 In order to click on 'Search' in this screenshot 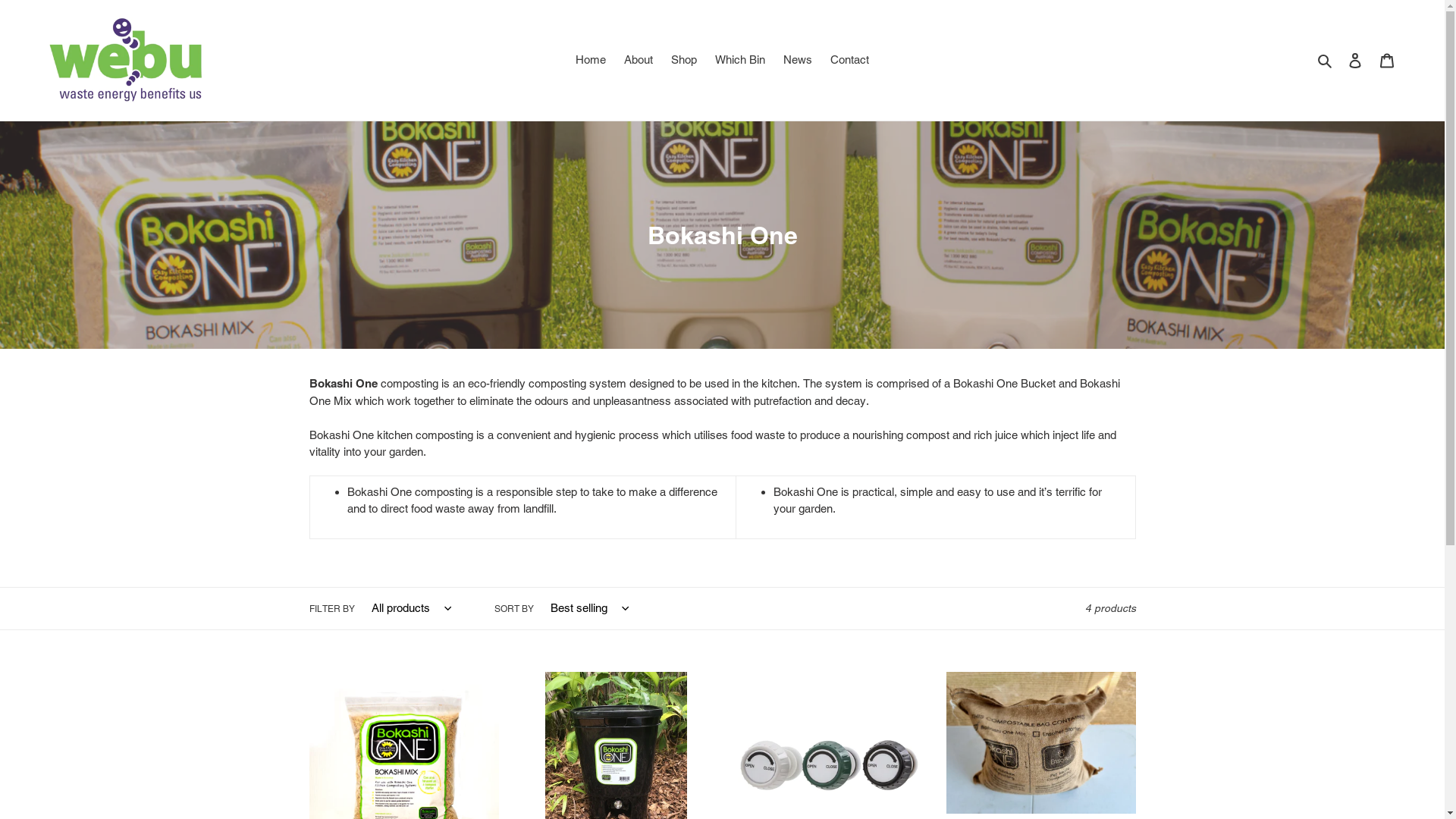, I will do `click(1325, 59)`.